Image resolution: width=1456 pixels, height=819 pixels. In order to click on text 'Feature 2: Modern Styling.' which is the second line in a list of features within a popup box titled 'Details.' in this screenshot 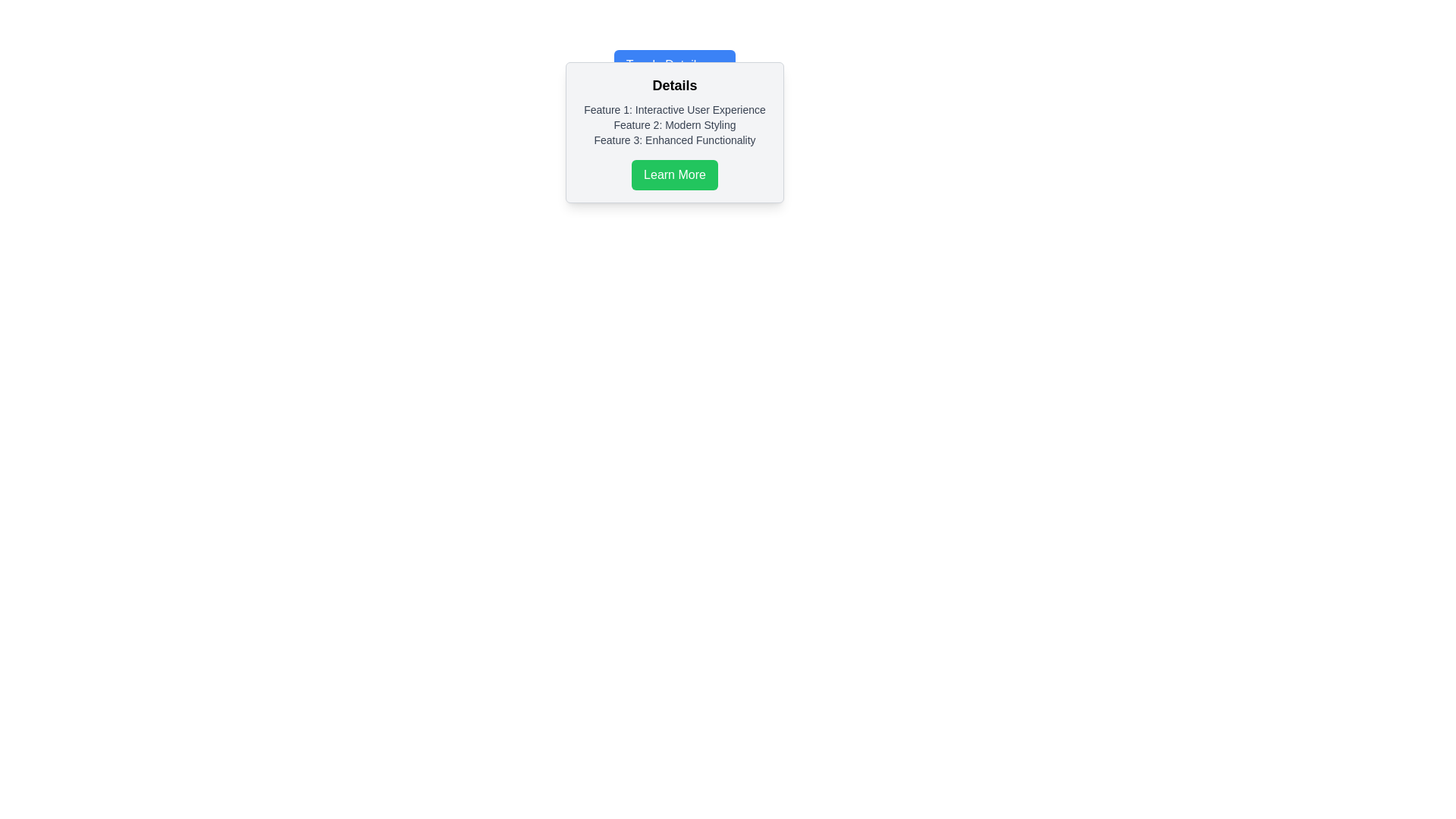, I will do `click(673, 124)`.